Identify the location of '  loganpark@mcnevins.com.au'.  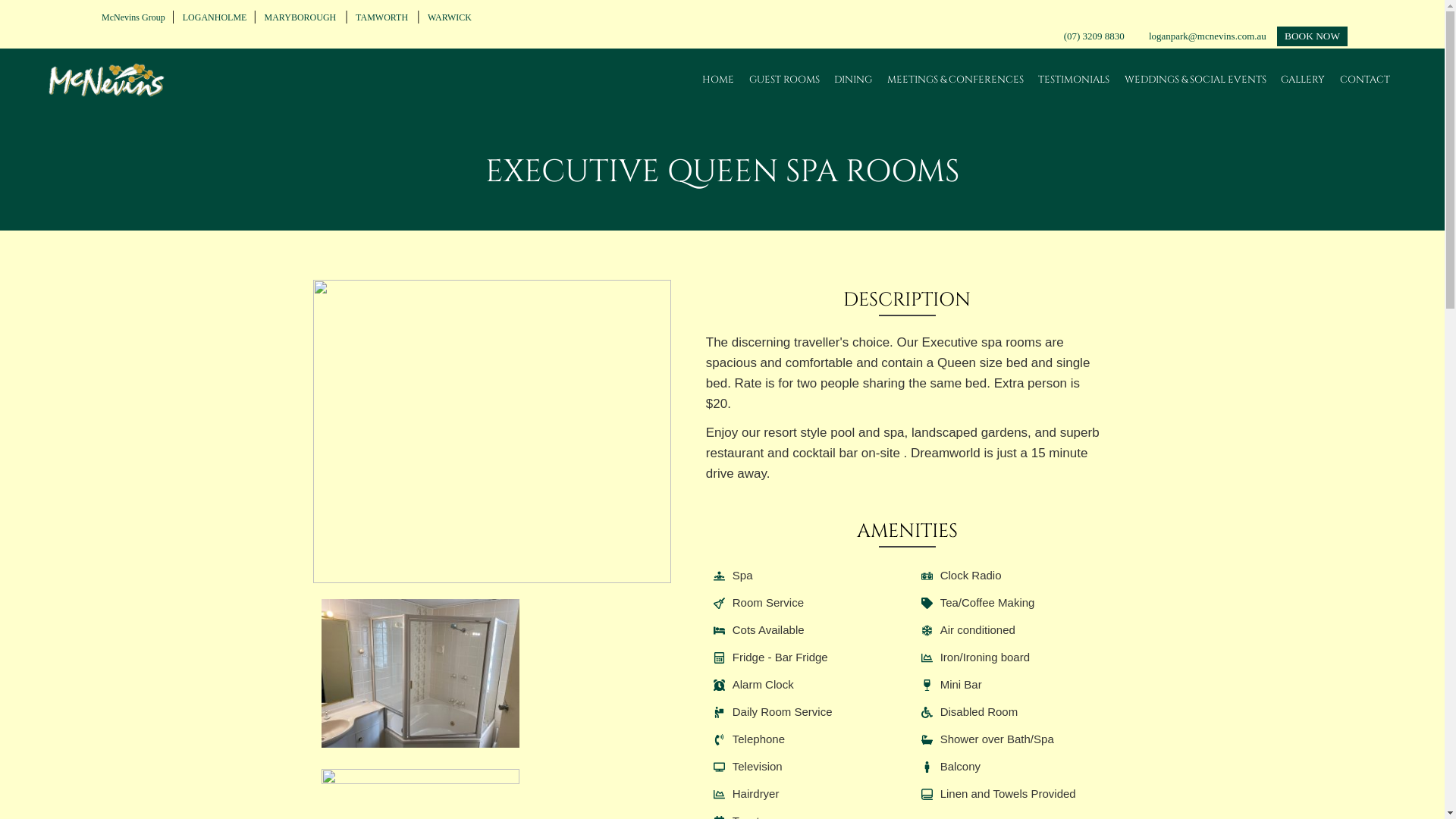
(1205, 35).